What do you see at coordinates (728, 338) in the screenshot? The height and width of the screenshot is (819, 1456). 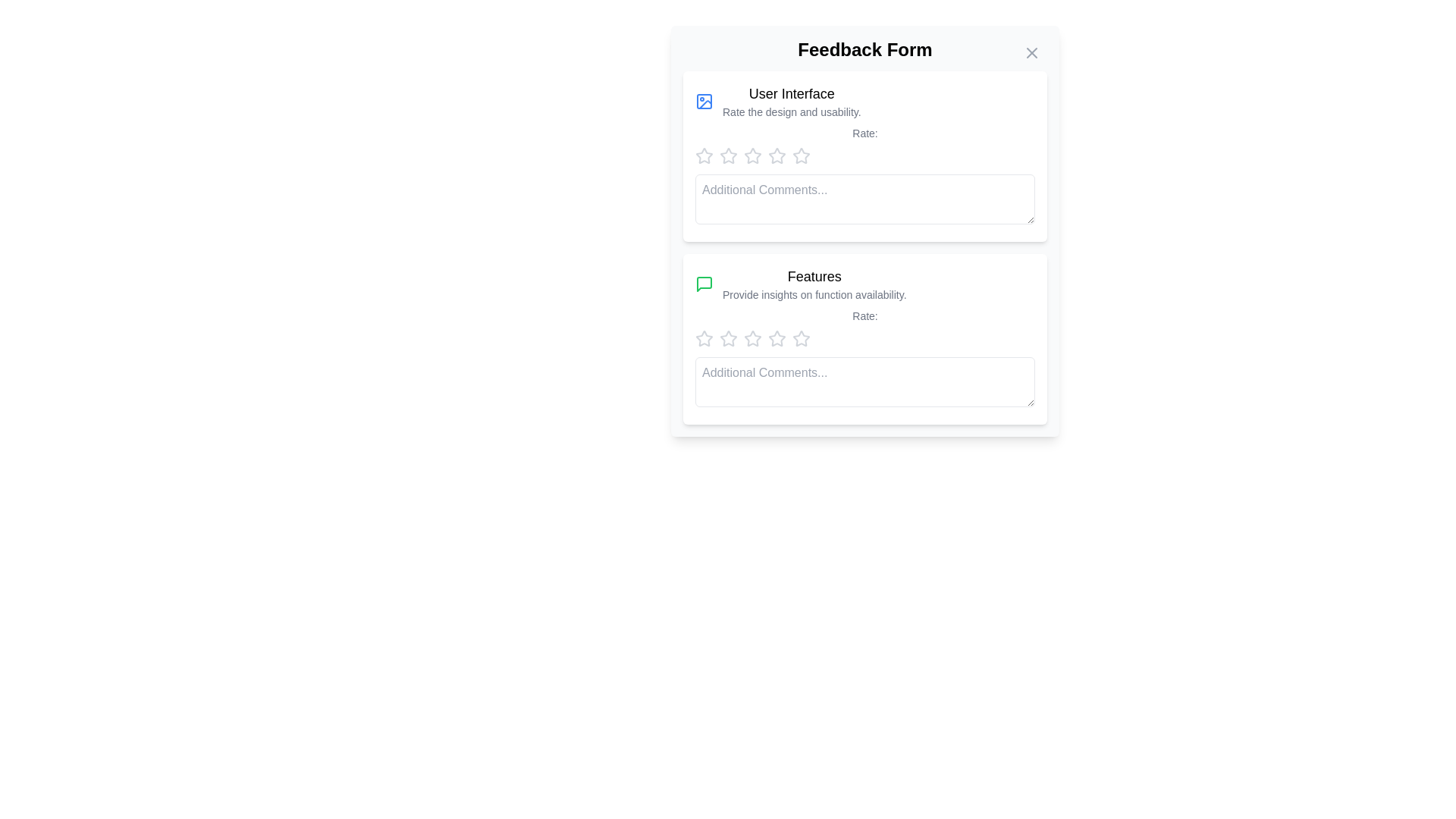 I see `the second star icon in the rating section to visualize the hover effect, which changes its color to yellow` at bounding box center [728, 338].